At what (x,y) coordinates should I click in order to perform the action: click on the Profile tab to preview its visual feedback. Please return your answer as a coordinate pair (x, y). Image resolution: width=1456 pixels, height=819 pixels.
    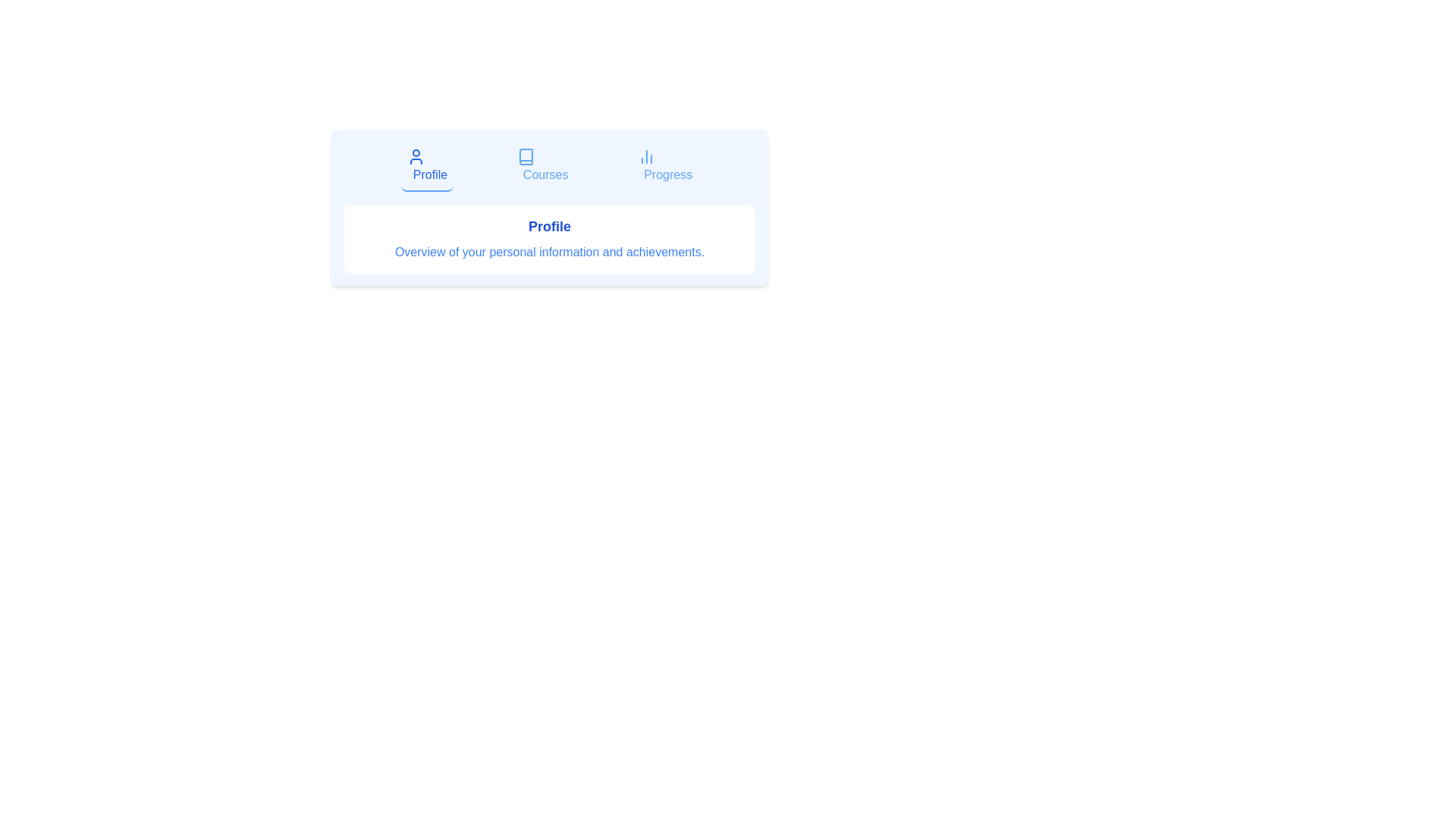
    Looking at the image, I should click on (425, 166).